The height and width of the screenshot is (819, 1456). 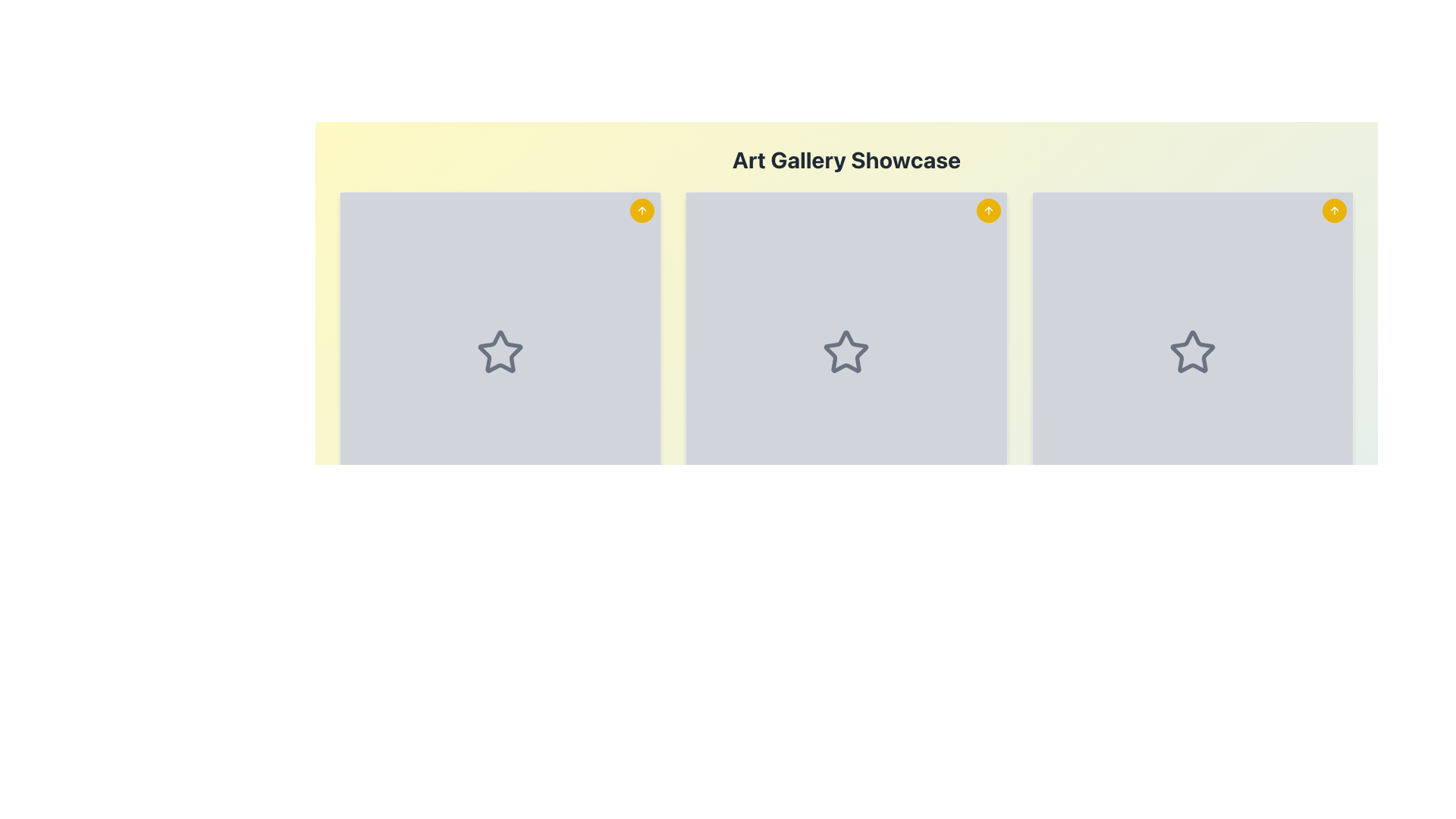 What do you see at coordinates (500, 351) in the screenshot?
I see `the leftmost star icon in the 'Art Gallery Showcase'` at bounding box center [500, 351].